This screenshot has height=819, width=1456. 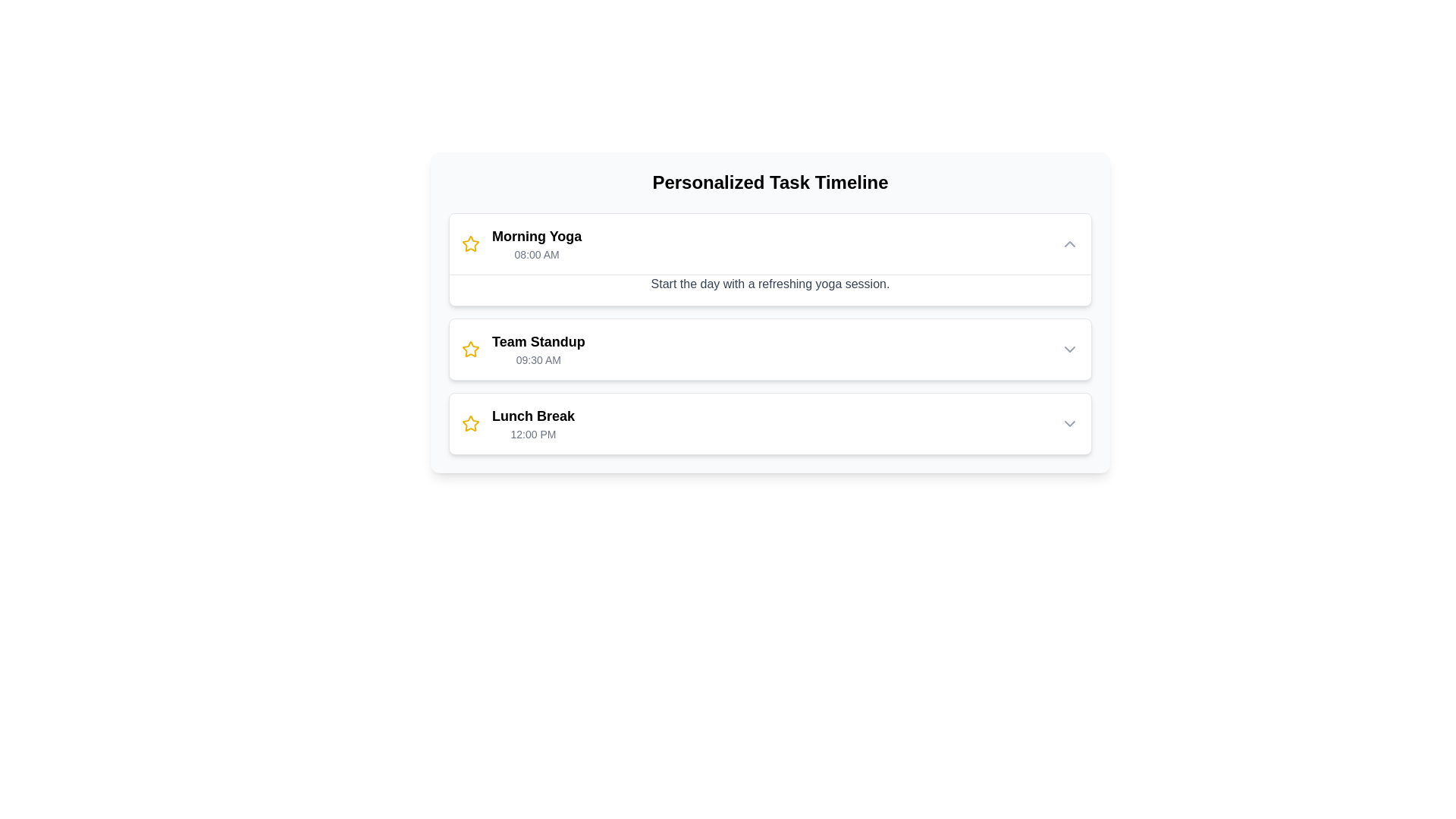 I want to click on the event titled 'Team Standup' scheduled at '09:30 AM' to interact or select it, so click(x=523, y=350).